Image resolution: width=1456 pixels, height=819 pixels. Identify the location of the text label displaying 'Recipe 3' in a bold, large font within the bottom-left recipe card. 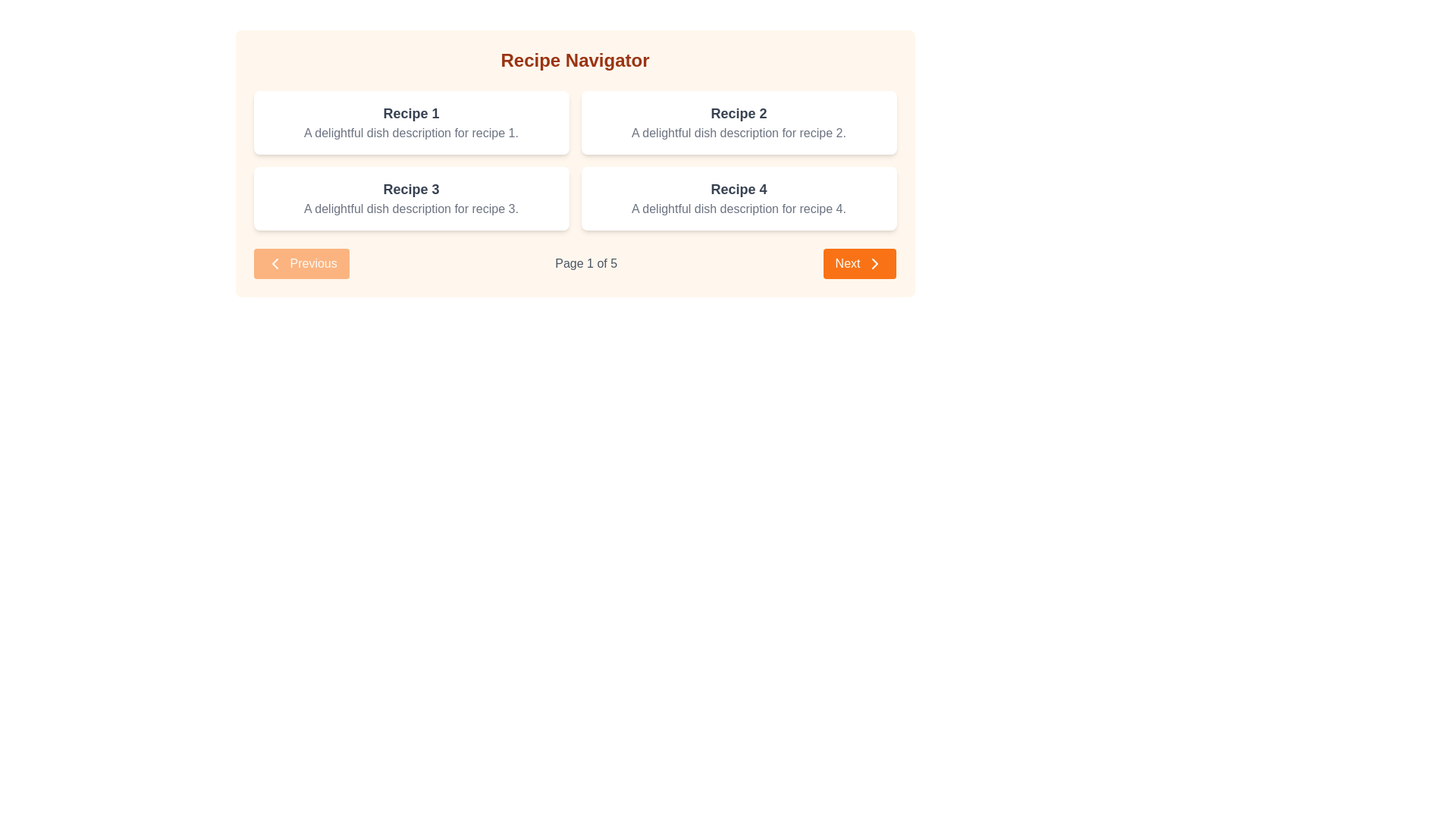
(411, 189).